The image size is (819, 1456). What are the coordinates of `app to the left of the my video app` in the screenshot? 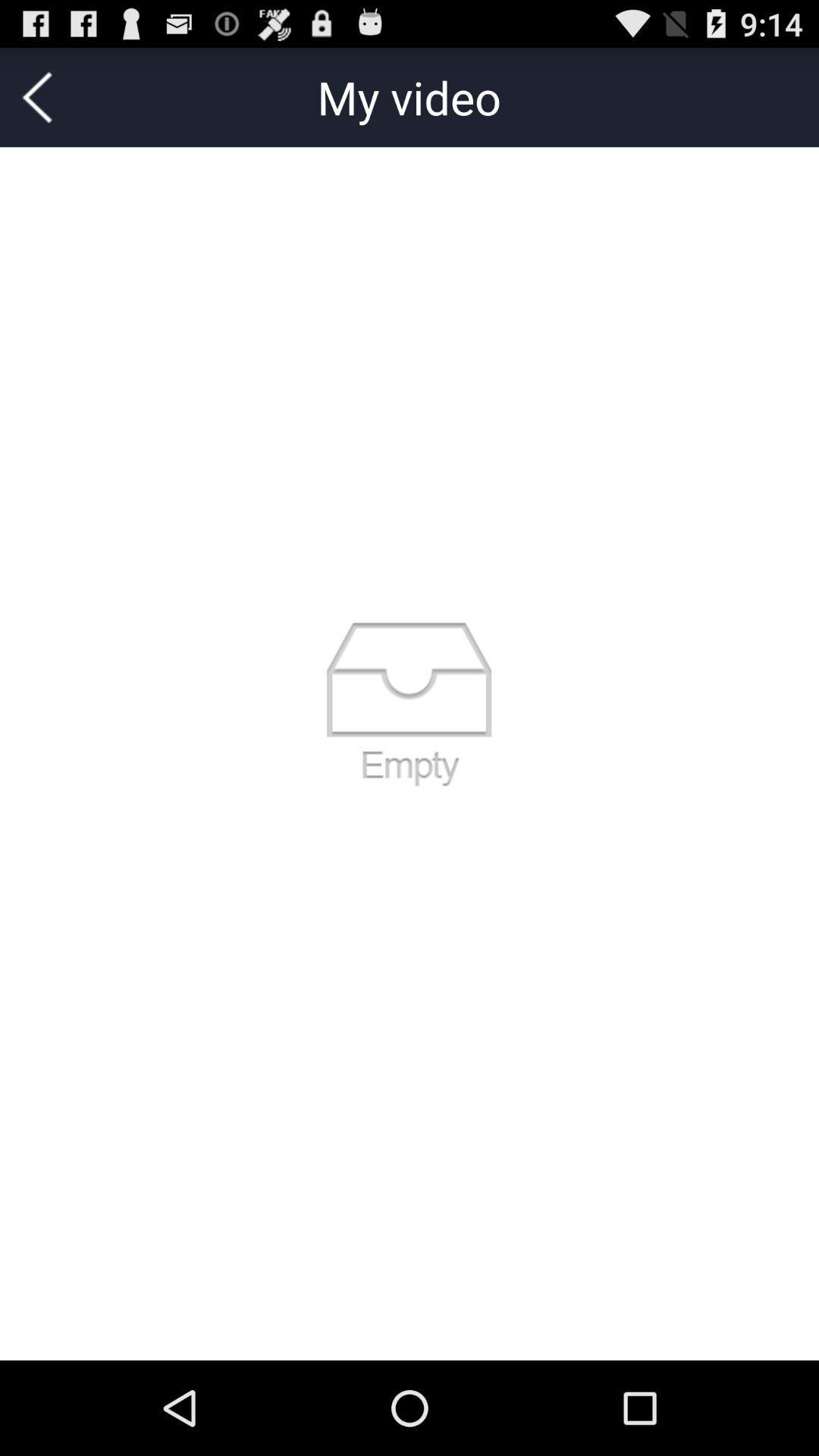 It's located at (36, 96).